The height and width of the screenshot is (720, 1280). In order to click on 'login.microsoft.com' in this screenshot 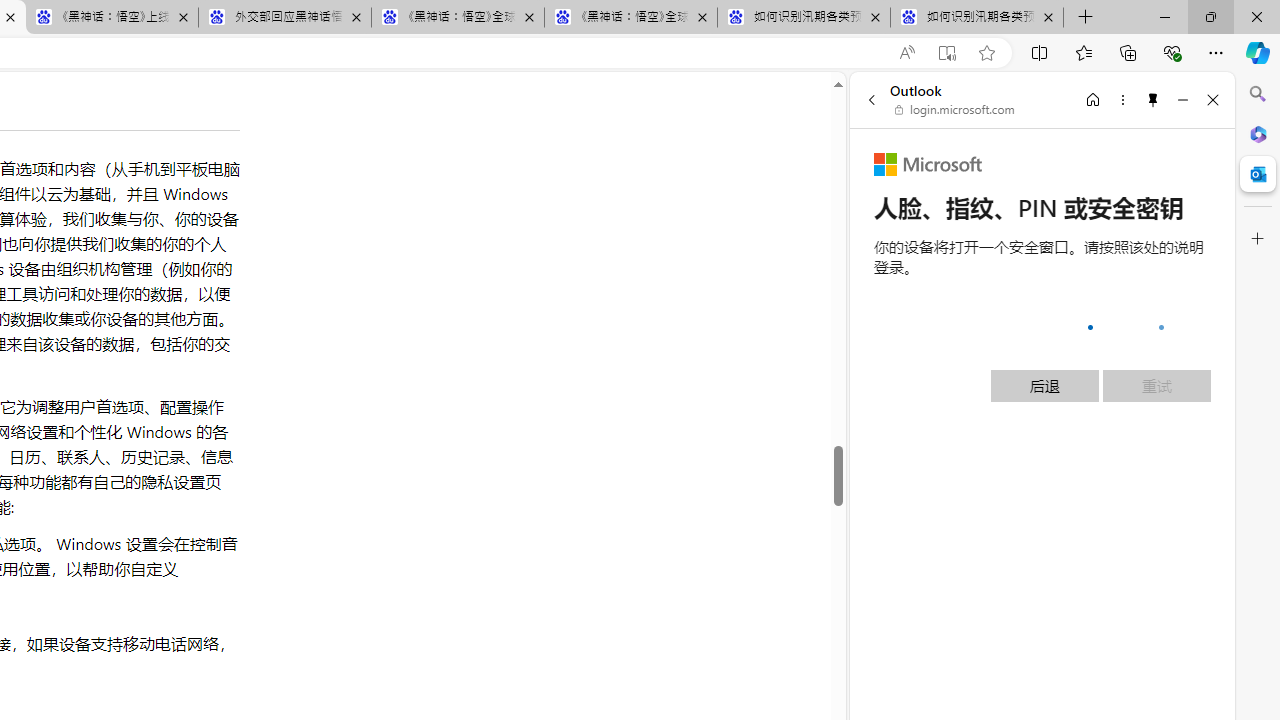, I will do `click(954, 110)`.